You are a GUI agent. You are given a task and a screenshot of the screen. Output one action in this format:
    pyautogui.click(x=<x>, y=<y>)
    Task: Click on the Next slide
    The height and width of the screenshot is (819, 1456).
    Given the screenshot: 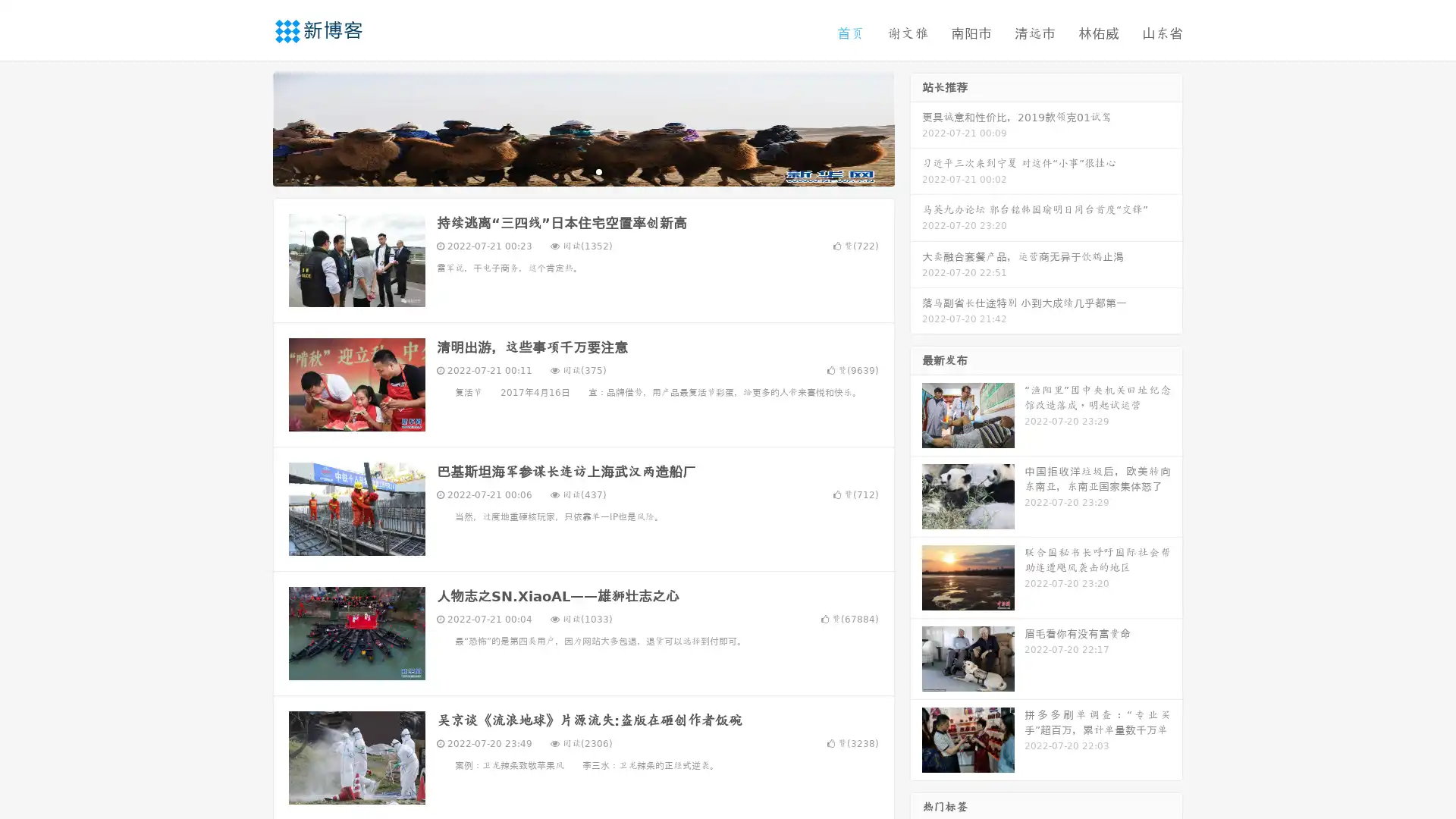 What is the action you would take?
    pyautogui.click(x=916, y=127)
    